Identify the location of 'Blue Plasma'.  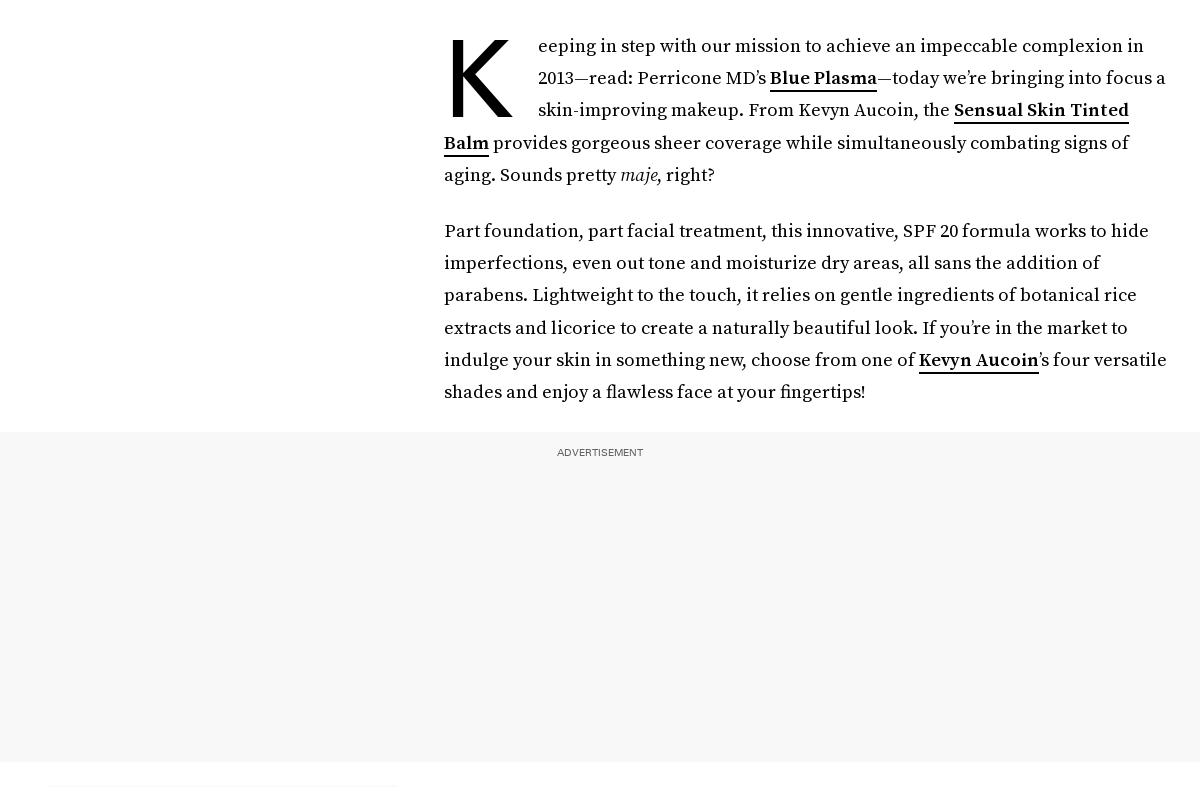
(822, 77).